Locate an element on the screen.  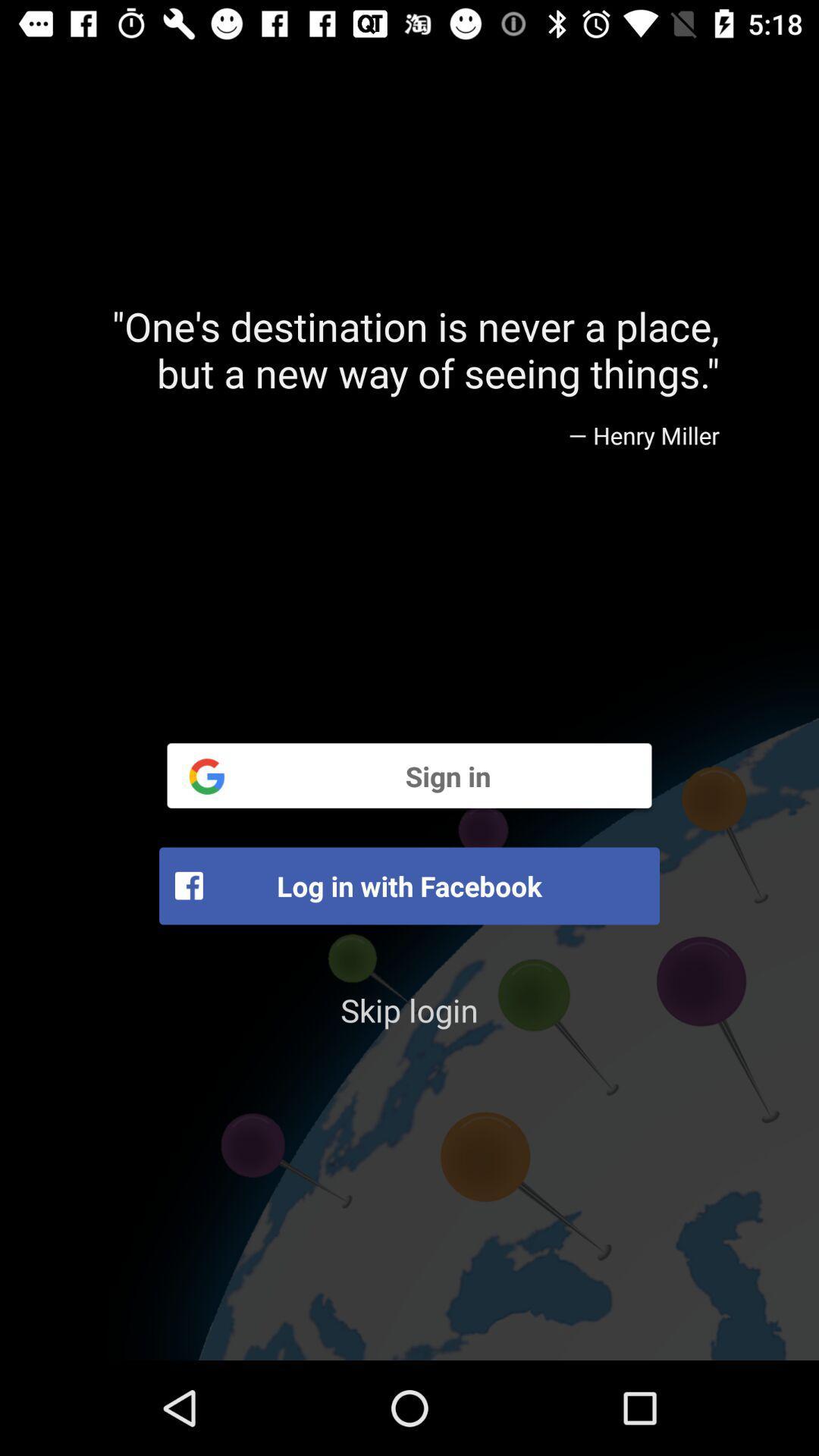
the log in with is located at coordinates (409, 886).